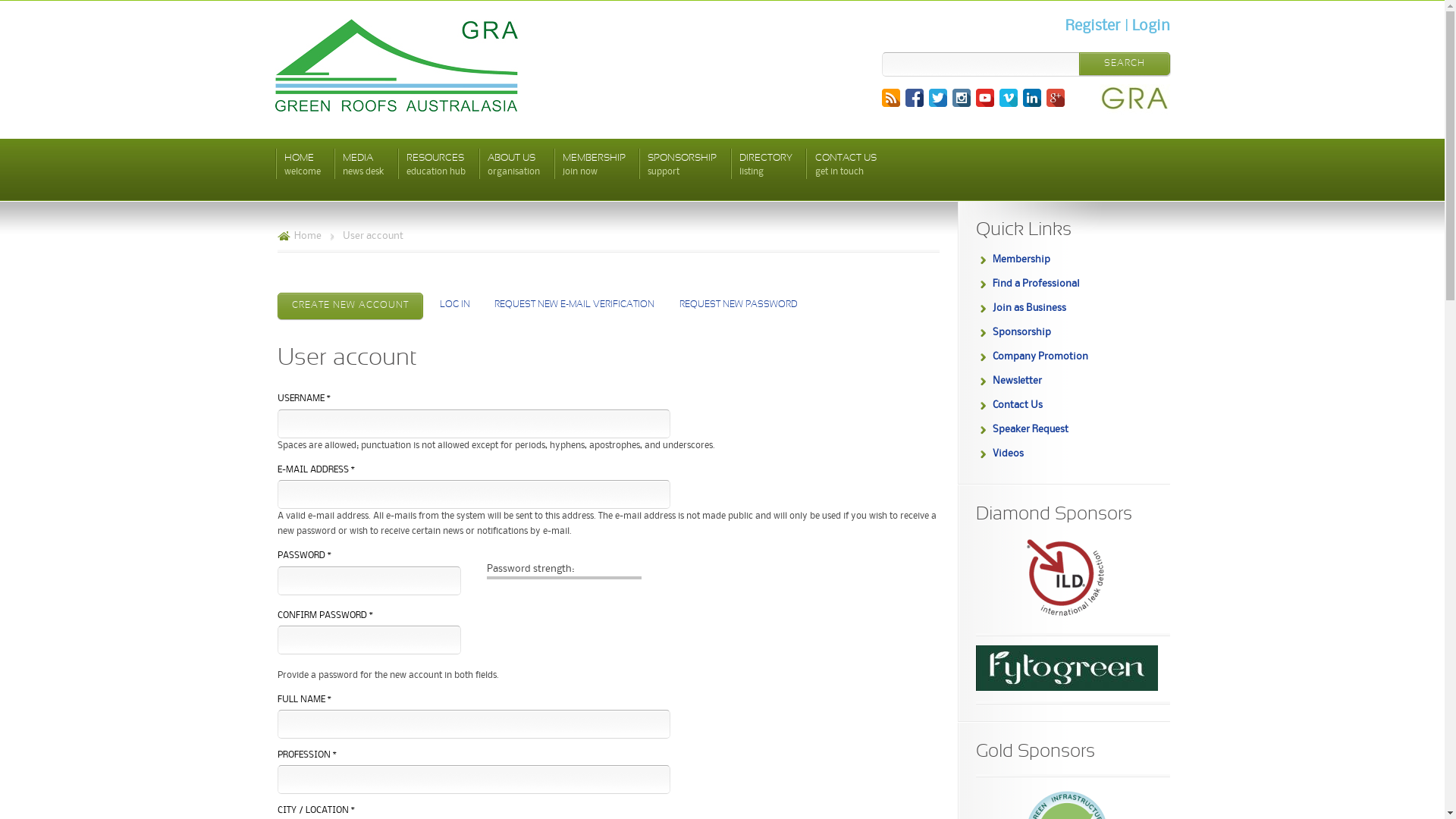 Image resolution: width=1456 pixels, height=819 pixels. What do you see at coordinates (927, 99) in the screenshot?
I see `'Twitter'` at bounding box center [927, 99].